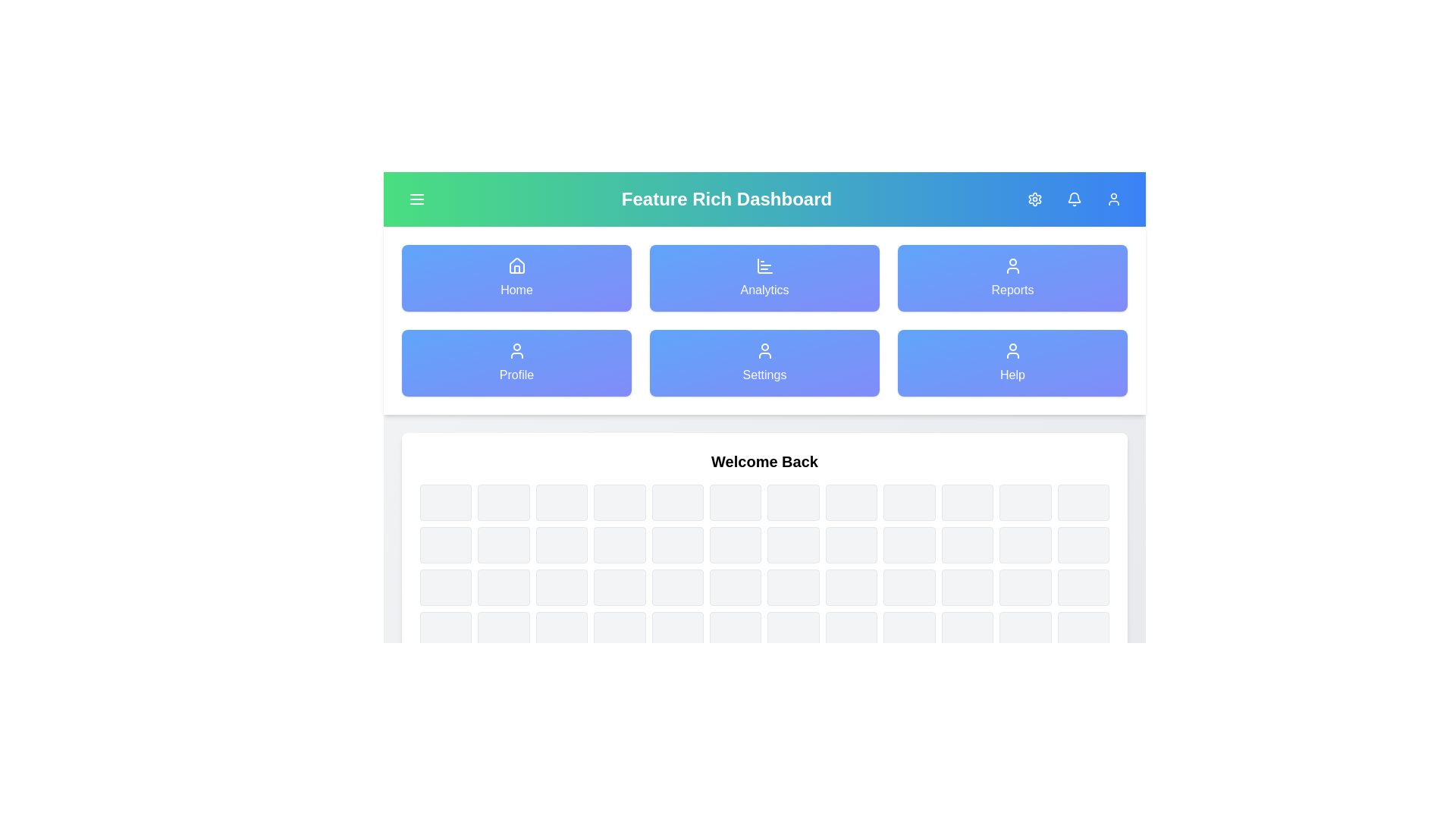  What do you see at coordinates (1012, 362) in the screenshot?
I see `the navigation item labeled Help` at bounding box center [1012, 362].